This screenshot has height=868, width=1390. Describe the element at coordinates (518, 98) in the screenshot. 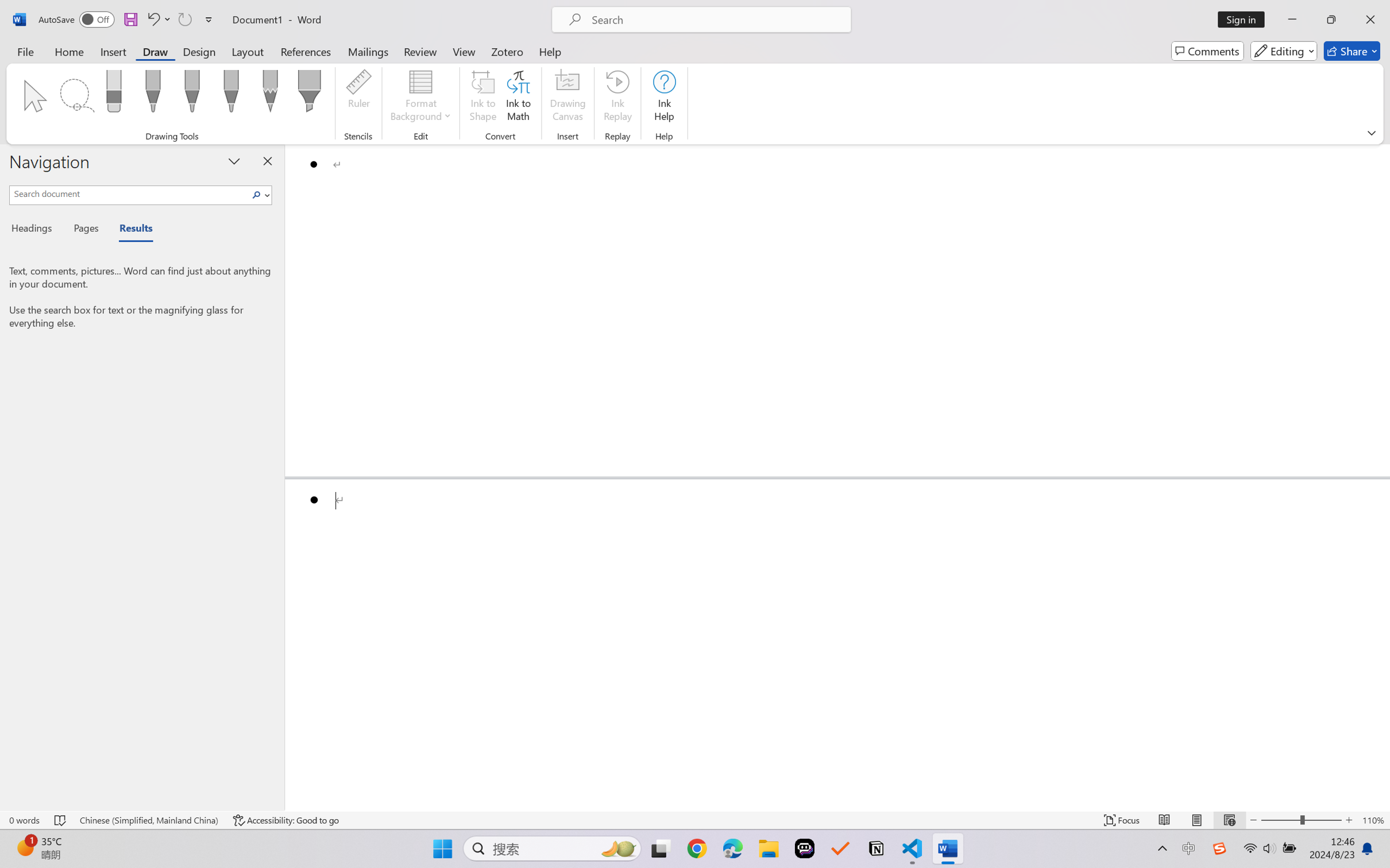

I see `'Ink to Math'` at that location.